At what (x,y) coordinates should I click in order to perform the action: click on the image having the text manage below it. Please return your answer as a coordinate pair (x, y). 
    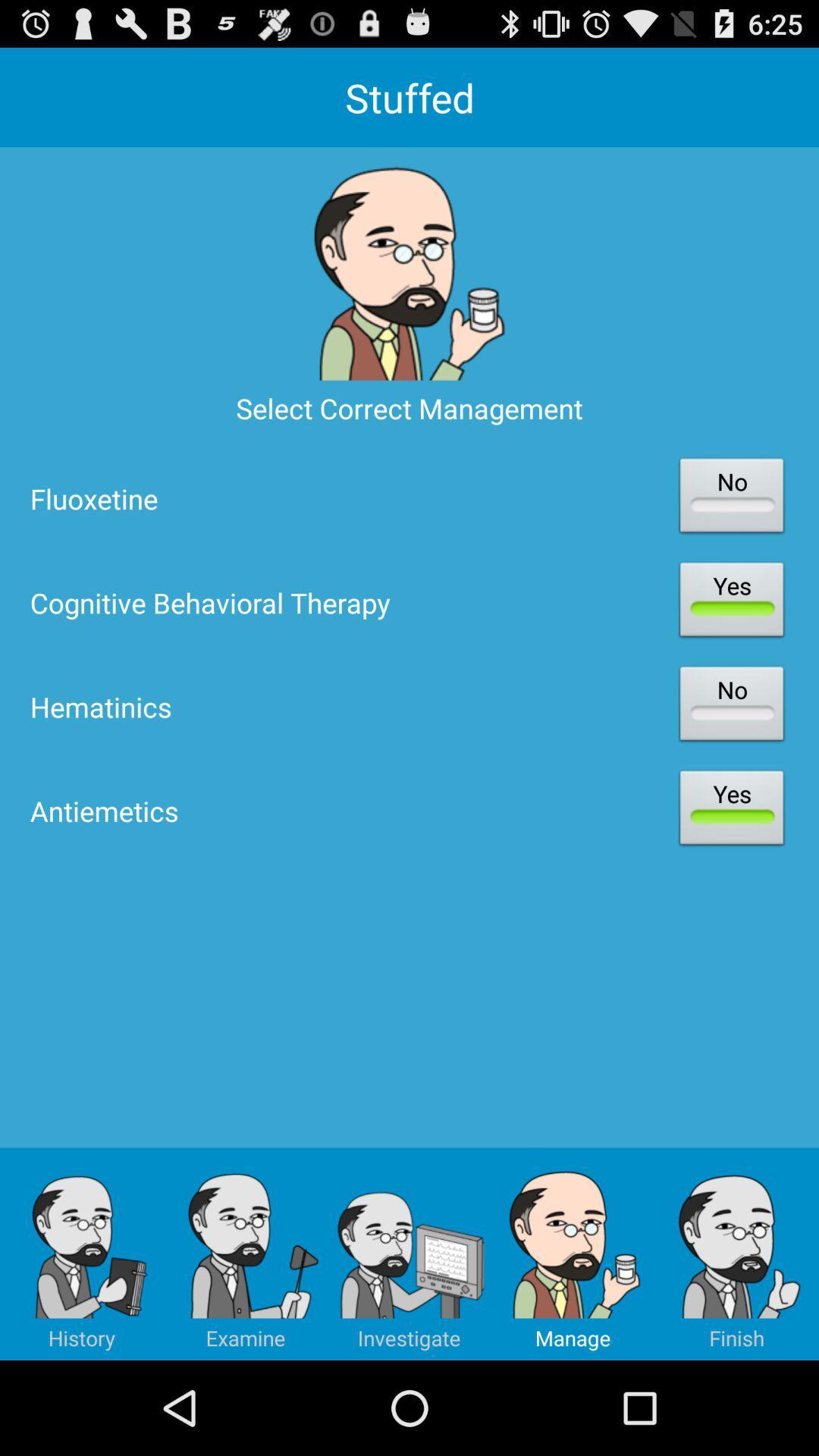
    Looking at the image, I should click on (573, 1254).